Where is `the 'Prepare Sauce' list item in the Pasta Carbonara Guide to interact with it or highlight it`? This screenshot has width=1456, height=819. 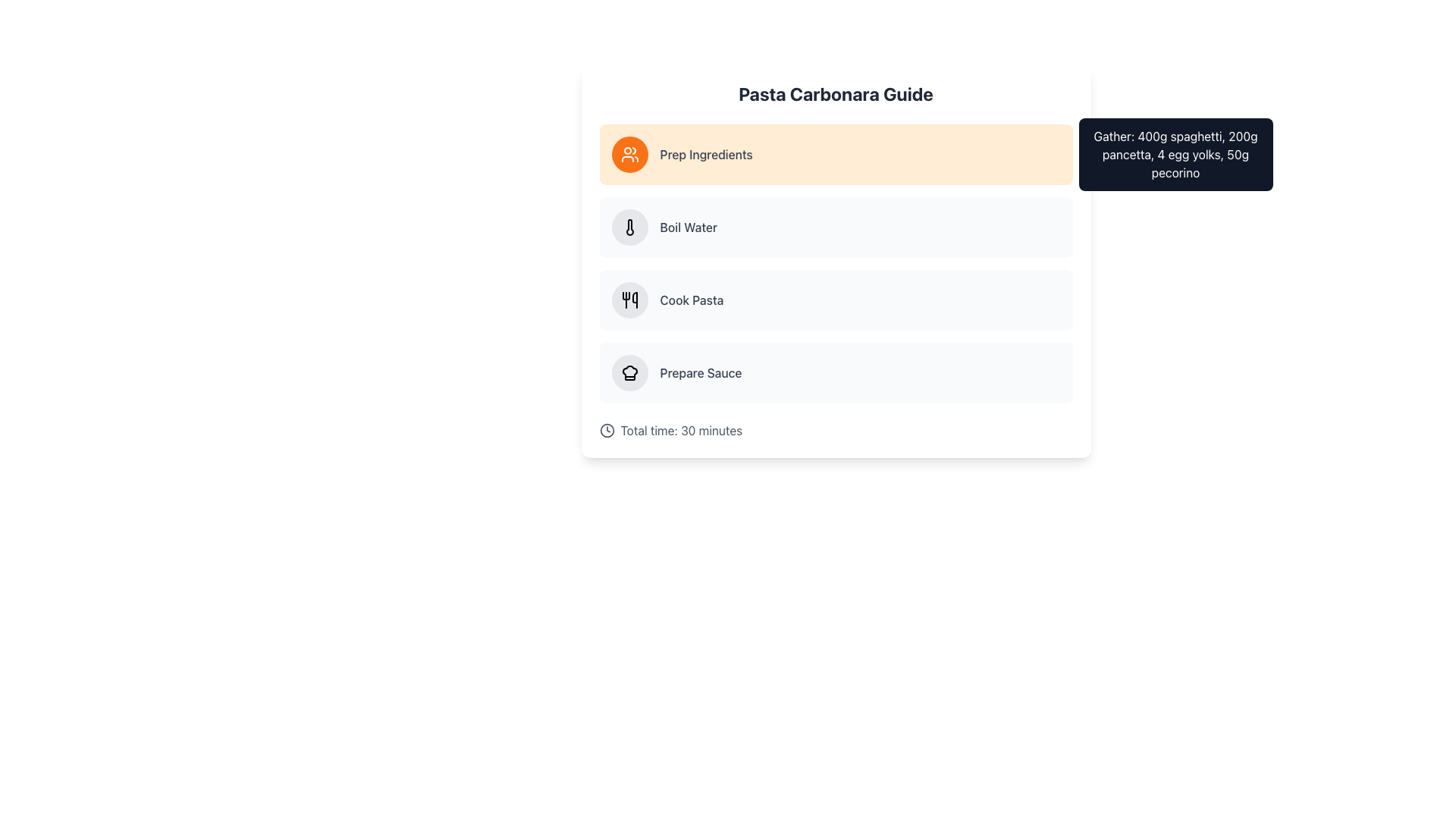 the 'Prepare Sauce' list item in the Pasta Carbonara Guide to interact with it or highlight it is located at coordinates (835, 373).